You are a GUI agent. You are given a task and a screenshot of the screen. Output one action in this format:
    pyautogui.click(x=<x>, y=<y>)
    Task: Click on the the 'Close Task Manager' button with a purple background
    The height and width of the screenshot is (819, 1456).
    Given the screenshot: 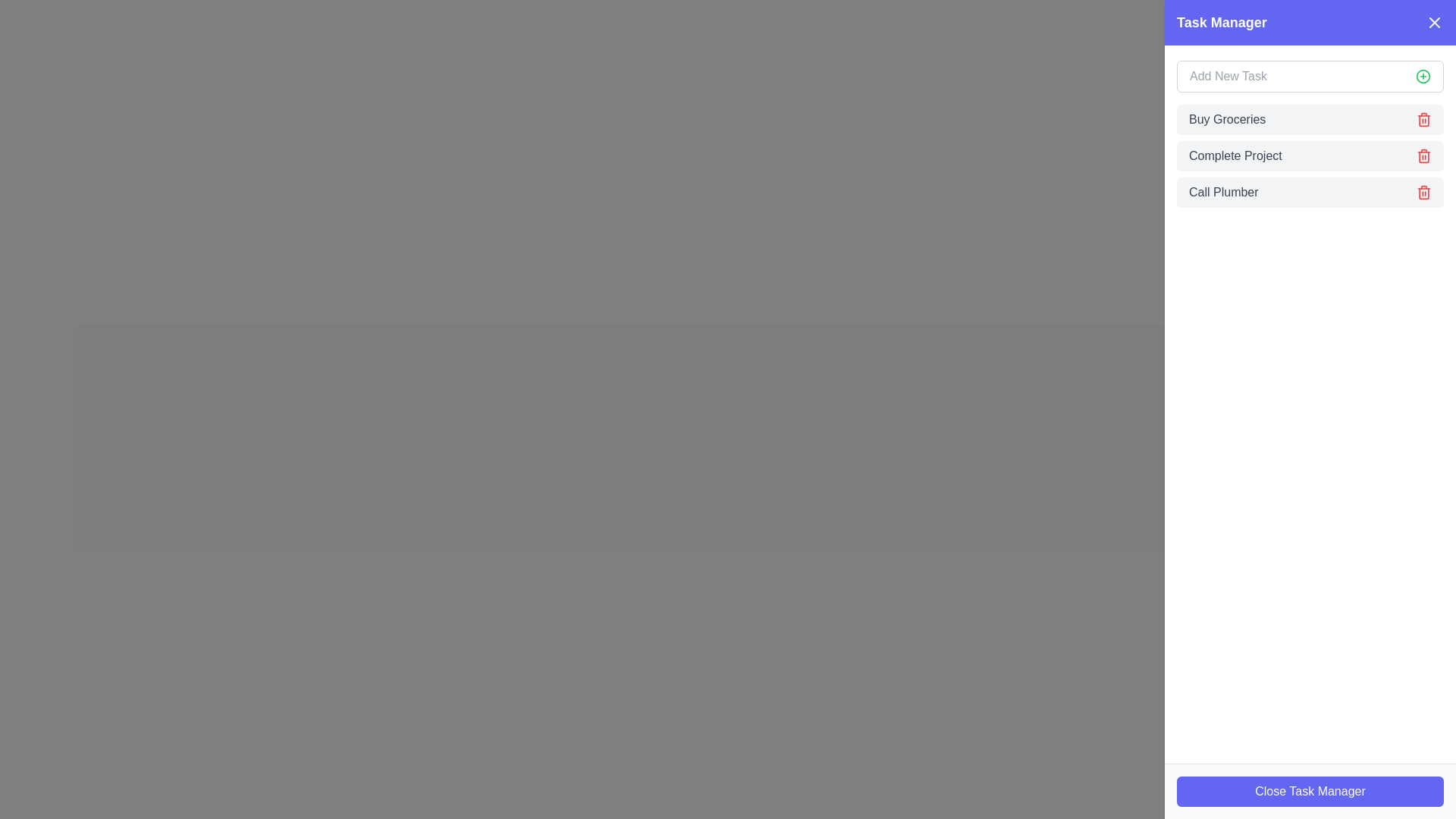 What is the action you would take?
    pyautogui.click(x=1310, y=791)
    